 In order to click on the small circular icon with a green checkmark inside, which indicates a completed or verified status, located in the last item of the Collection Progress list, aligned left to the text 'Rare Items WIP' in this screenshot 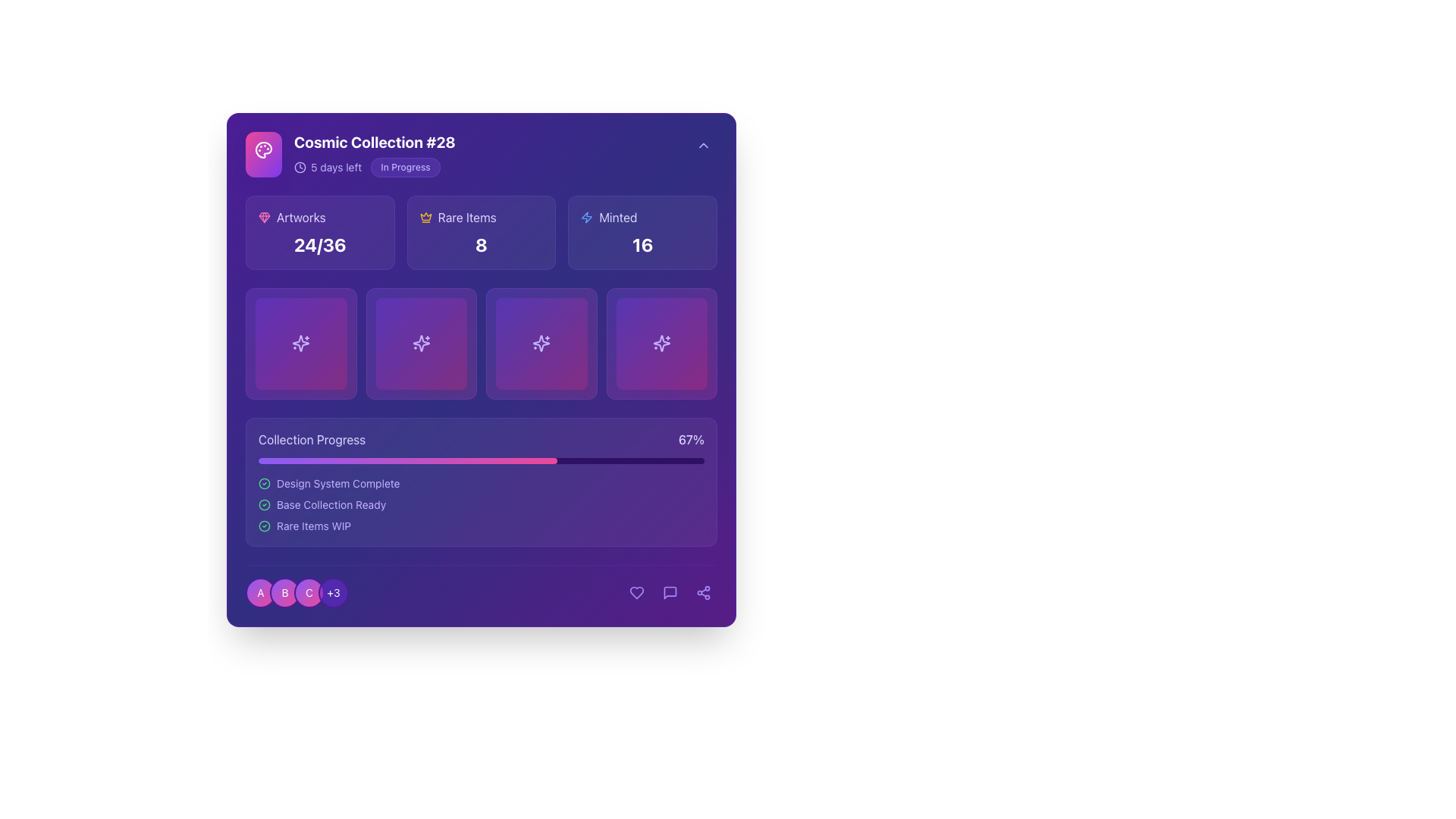, I will do `click(265, 525)`.